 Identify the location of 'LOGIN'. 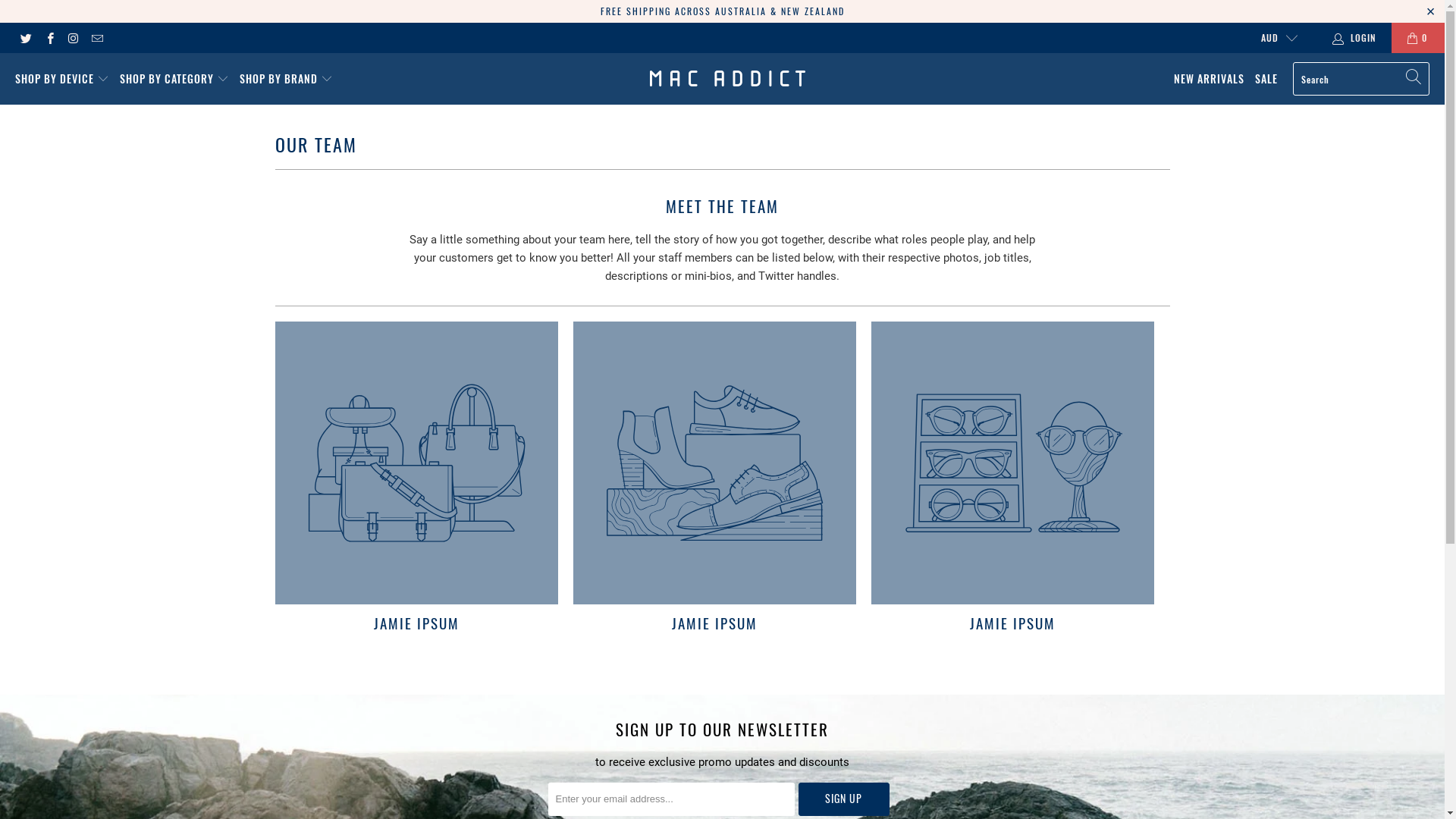
(1355, 37).